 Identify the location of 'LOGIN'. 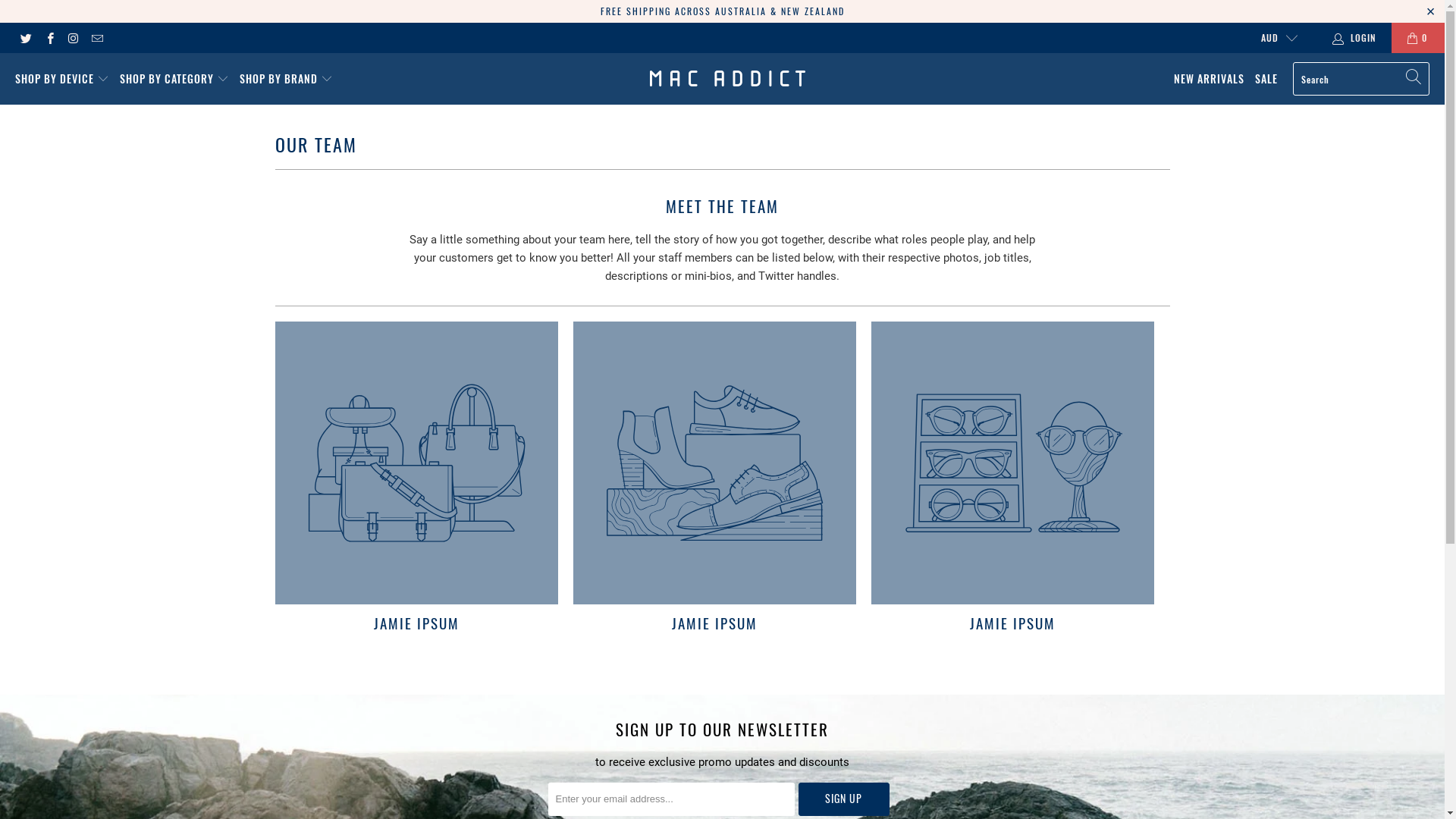
(1355, 37).